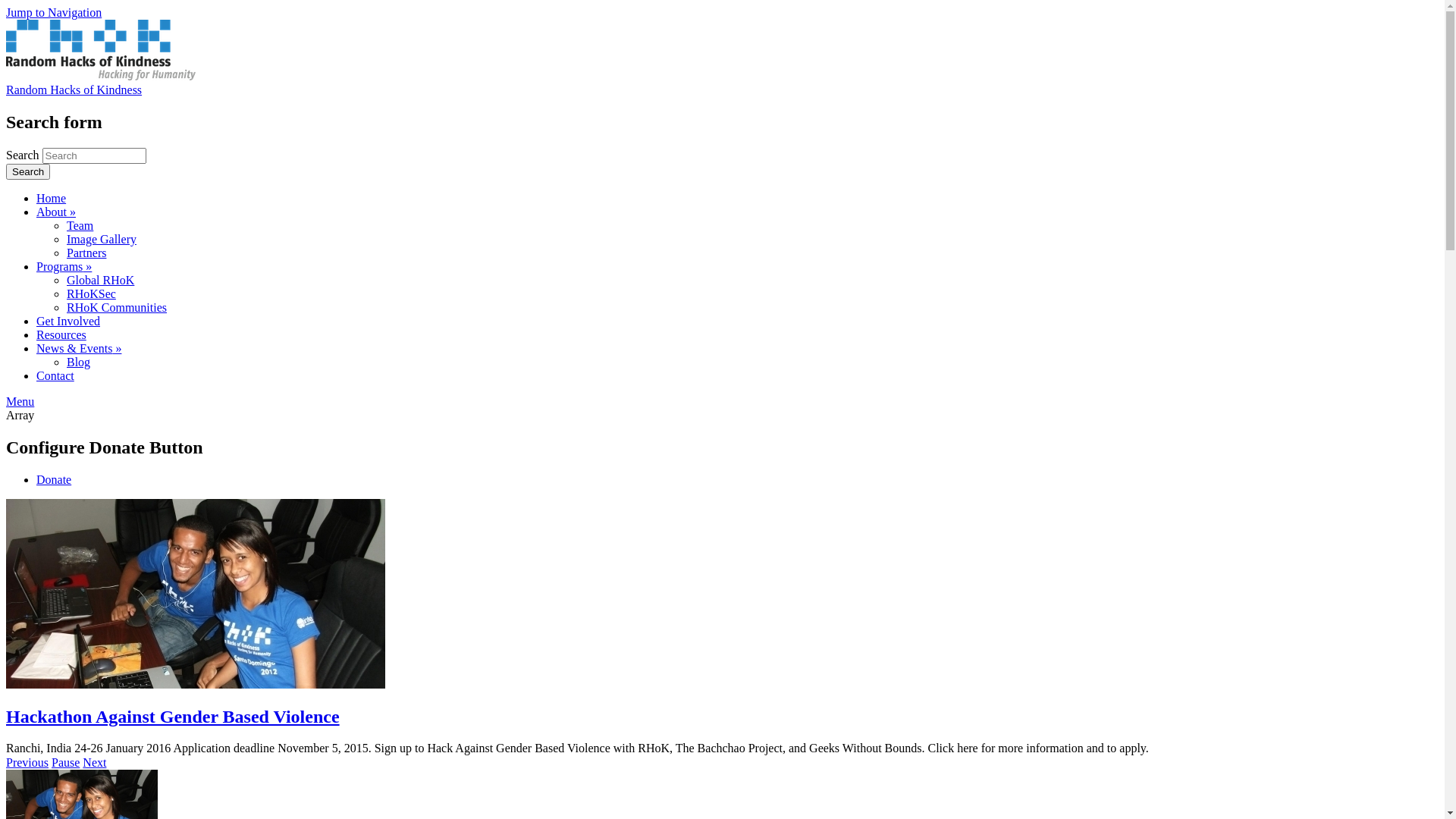  Describe the element at coordinates (173, 717) in the screenshot. I see `'Hackathon Against Gender Based Violence'` at that location.